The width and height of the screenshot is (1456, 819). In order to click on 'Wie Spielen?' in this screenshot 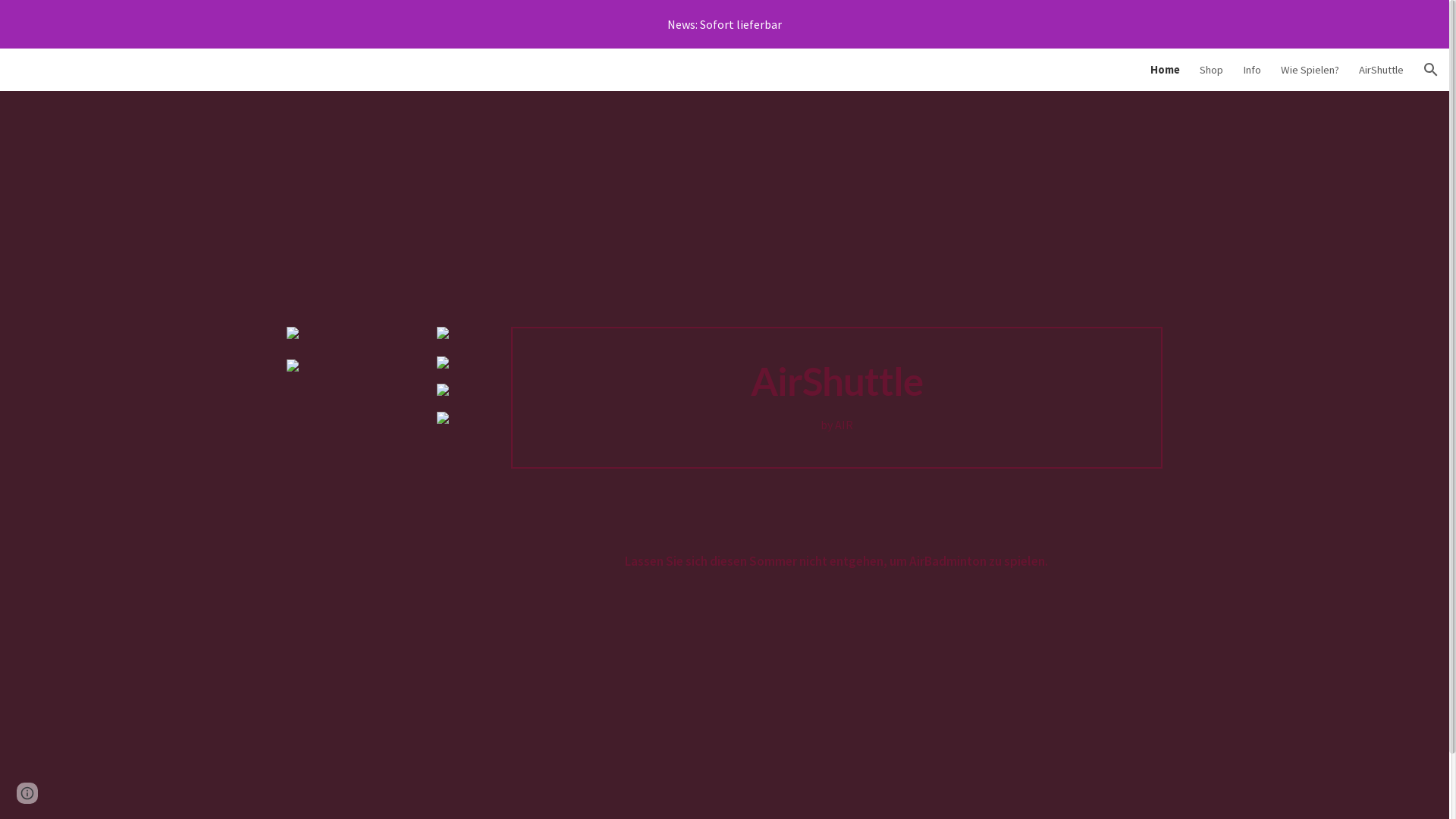, I will do `click(1309, 70)`.